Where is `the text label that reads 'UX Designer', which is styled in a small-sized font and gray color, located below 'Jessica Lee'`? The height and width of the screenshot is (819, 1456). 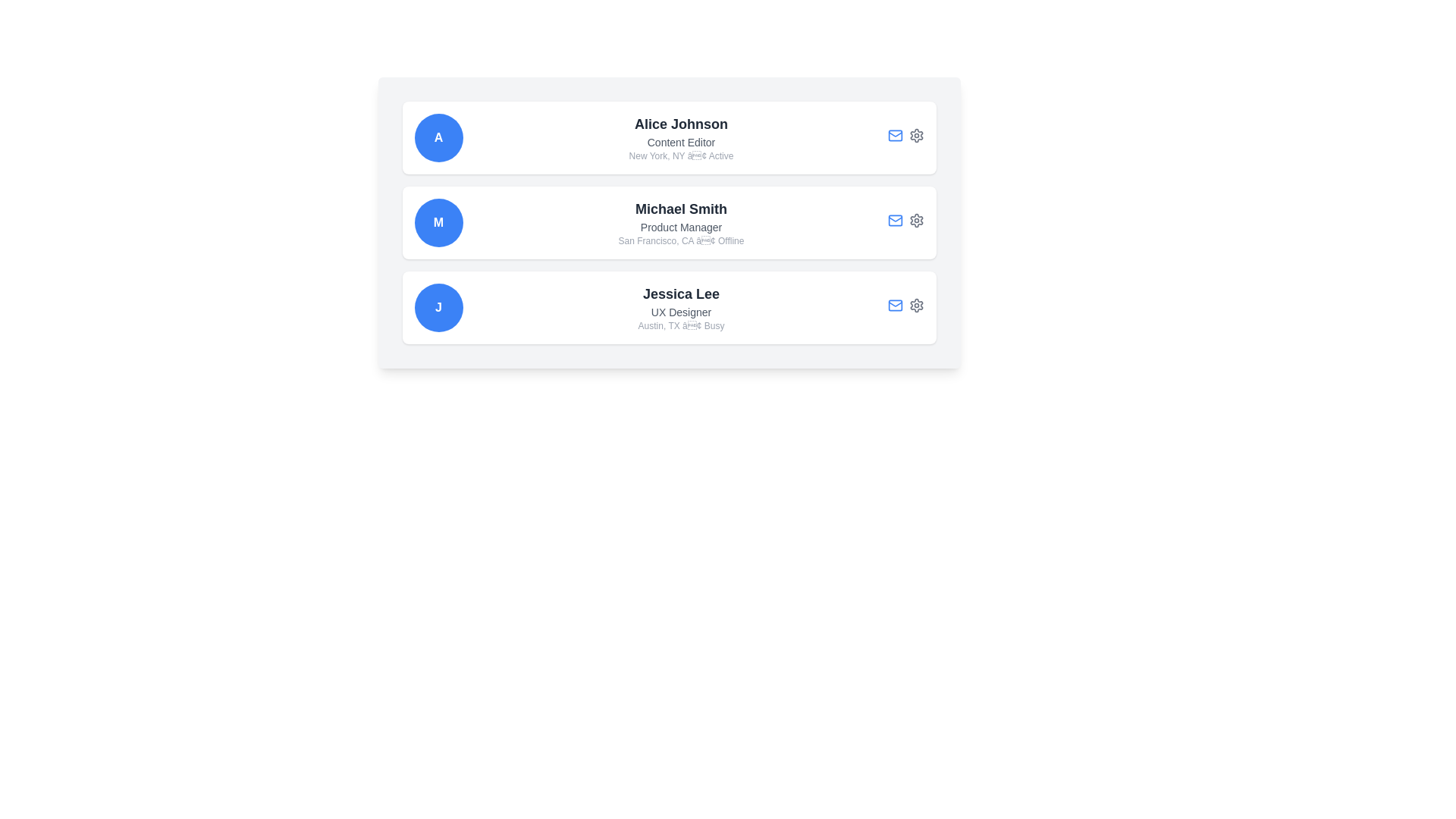 the text label that reads 'UX Designer', which is styled in a small-sized font and gray color, located below 'Jessica Lee' is located at coordinates (680, 312).